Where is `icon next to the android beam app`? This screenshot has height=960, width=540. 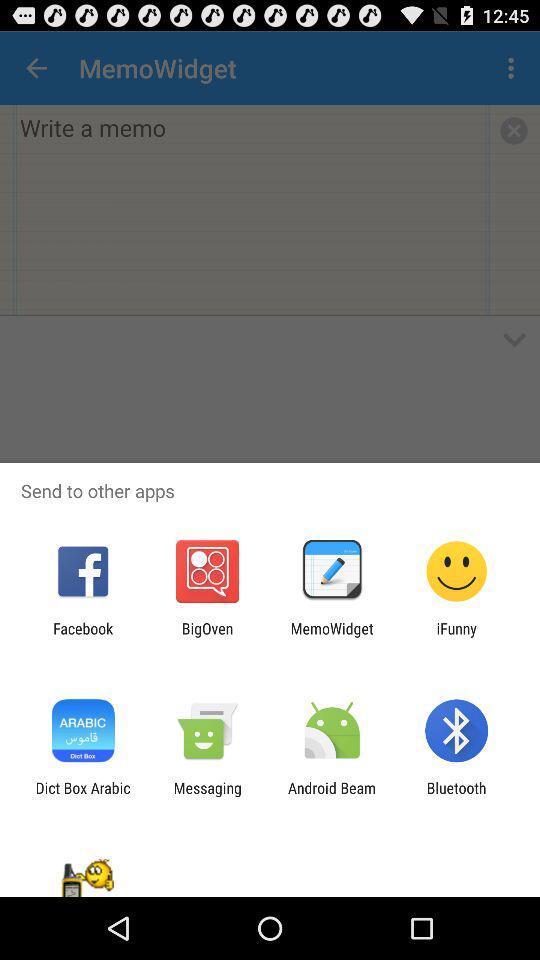
icon next to the android beam app is located at coordinates (456, 796).